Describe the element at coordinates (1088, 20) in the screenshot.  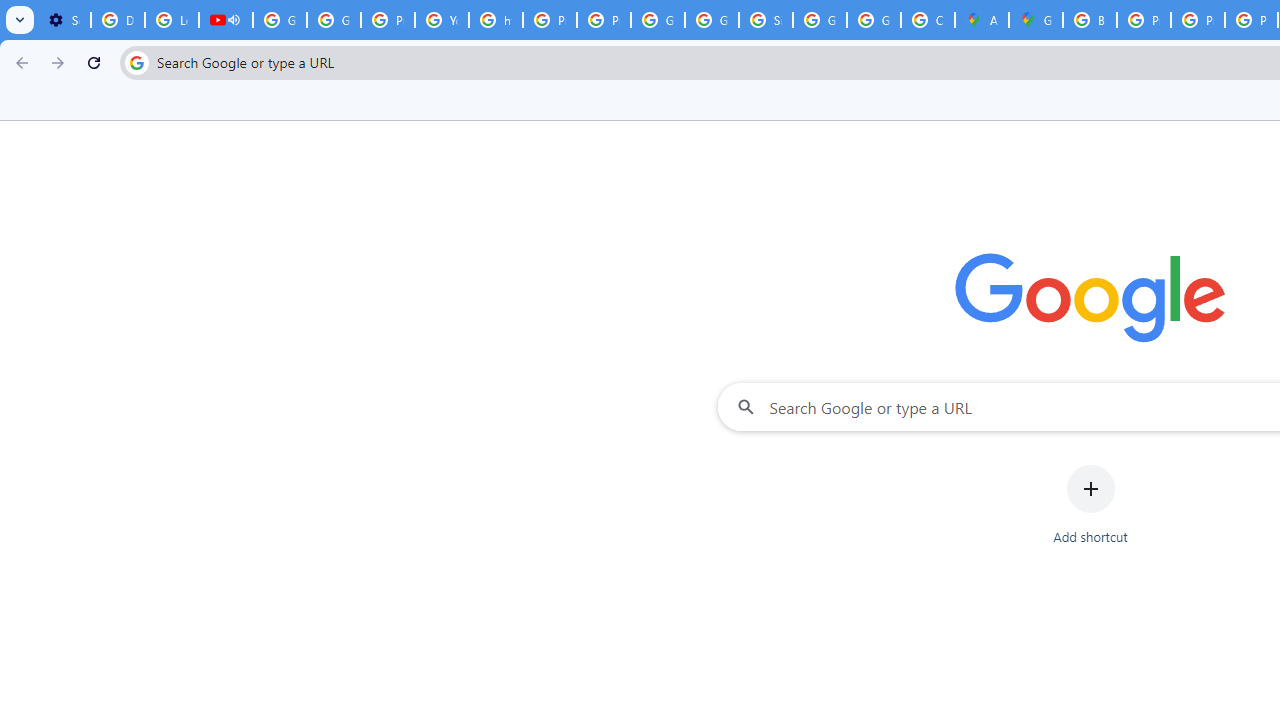
I see `'Blogger Policies and Guidelines - Transparency Center'` at that location.